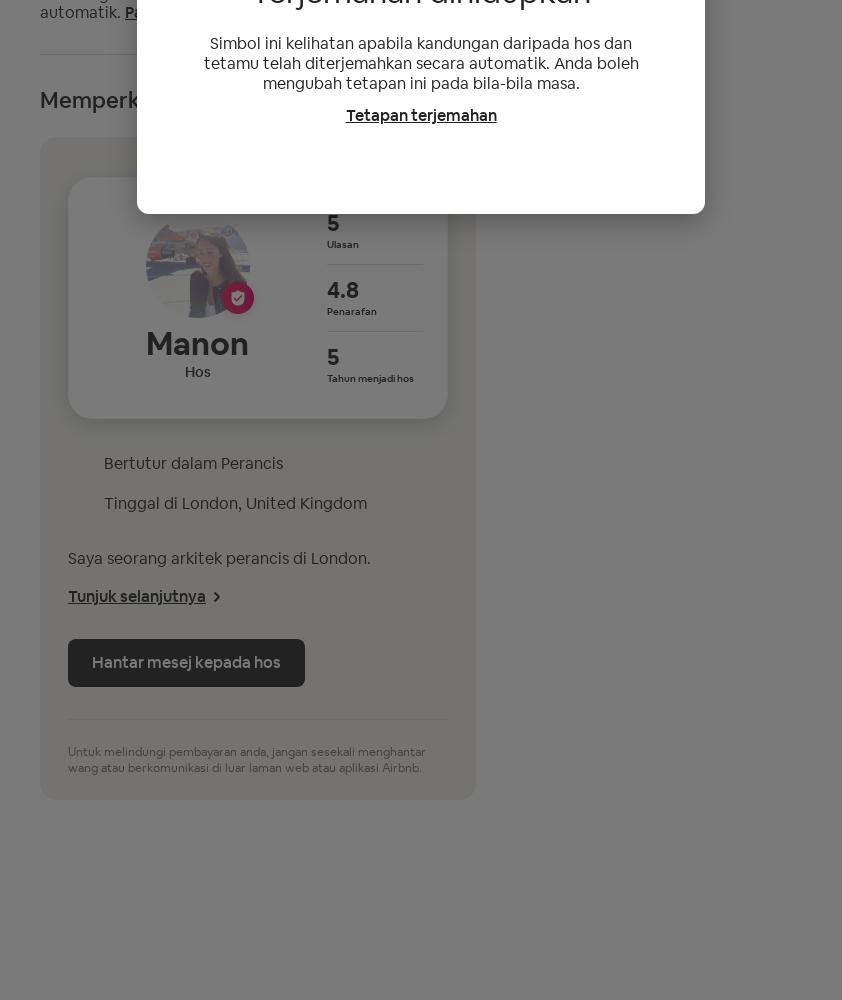 This screenshot has height=1000, width=842. I want to click on 'Tunjuk selanjutnya', so click(134, 594).